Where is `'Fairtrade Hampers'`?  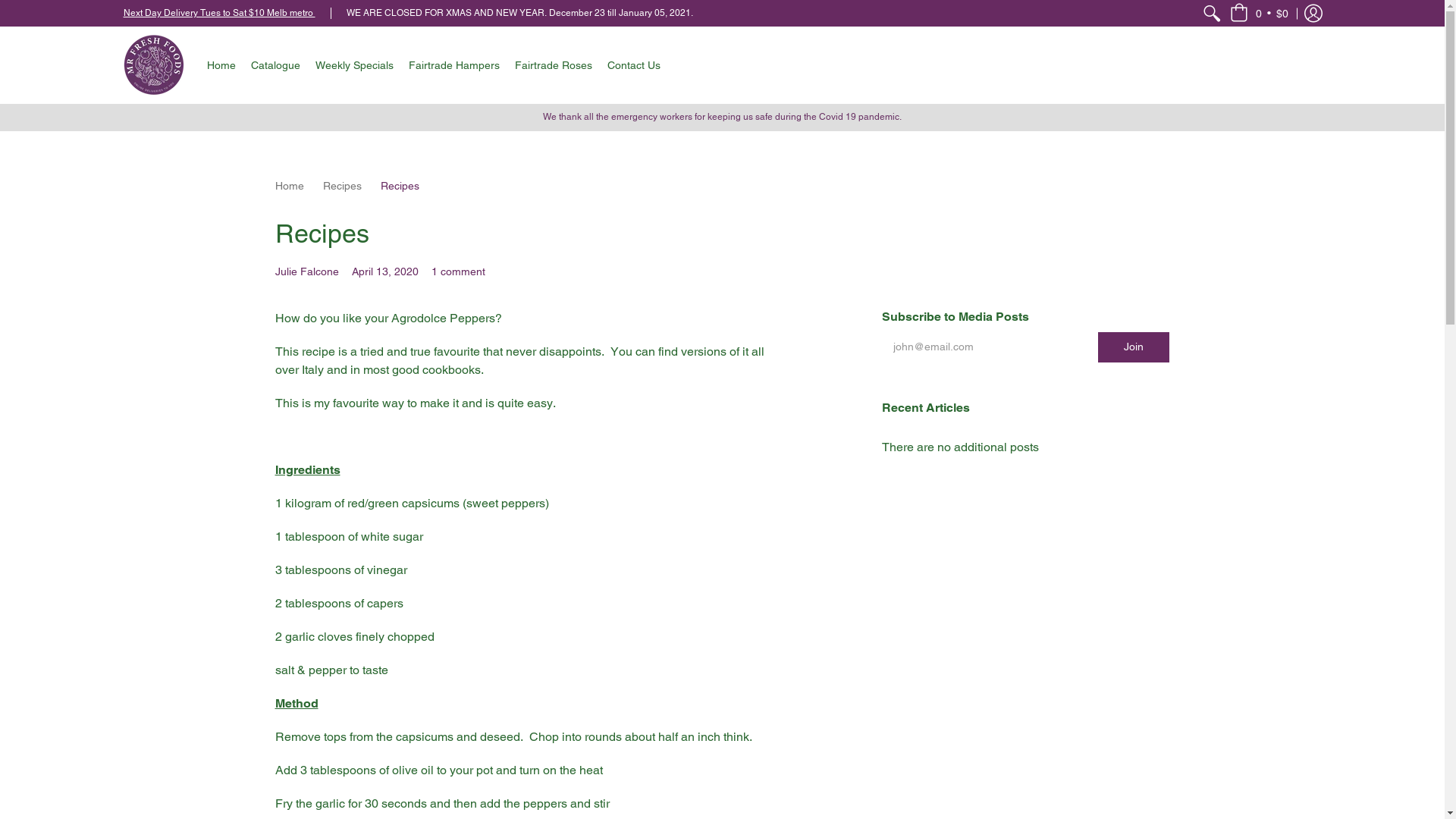 'Fairtrade Hampers' is located at coordinates (453, 64).